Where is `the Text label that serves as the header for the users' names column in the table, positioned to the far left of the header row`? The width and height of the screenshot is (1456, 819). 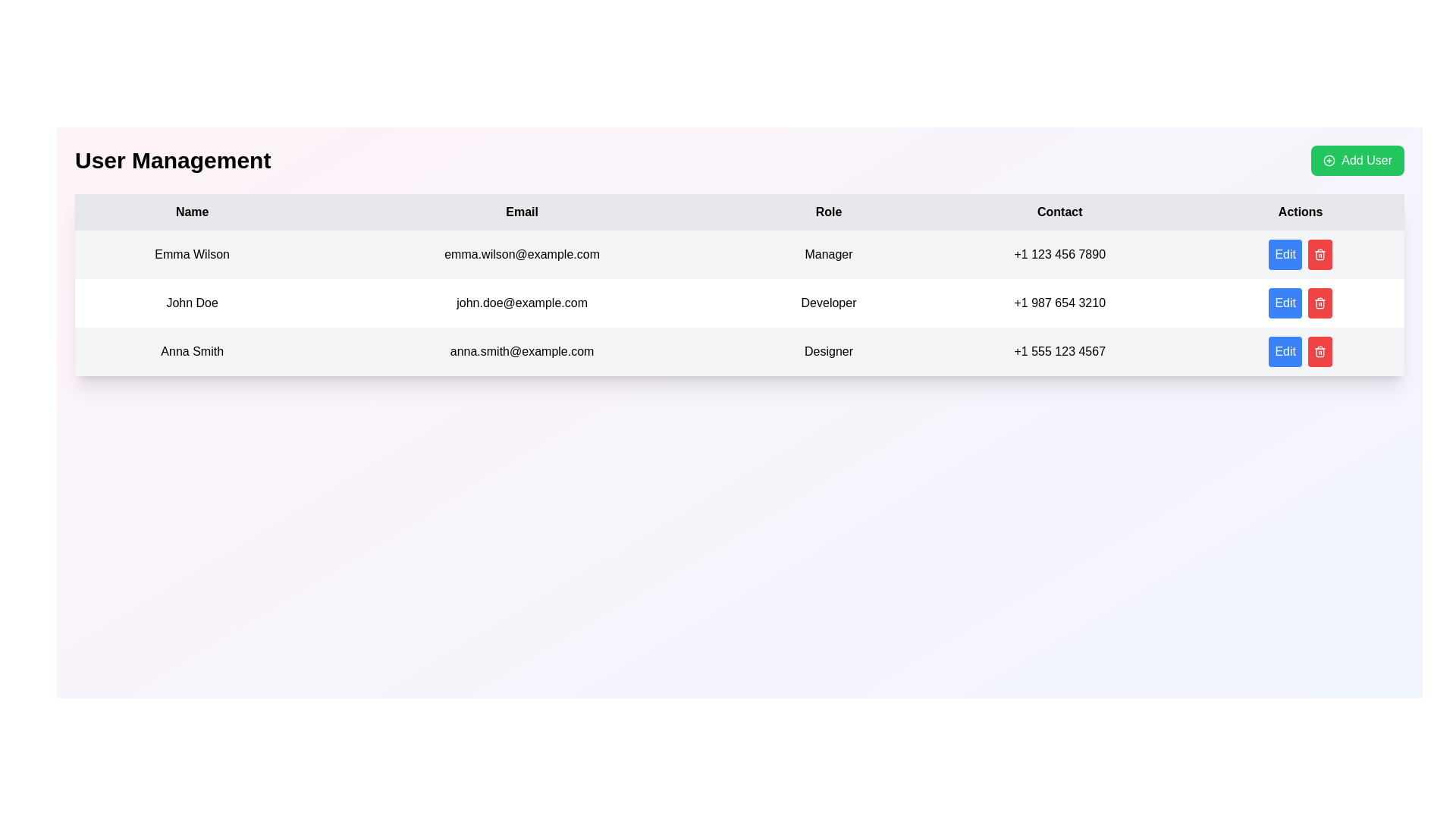
the Text label that serves as the header for the users' names column in the table, positioned to the far left of the header row is located at coordinates (191, 212).